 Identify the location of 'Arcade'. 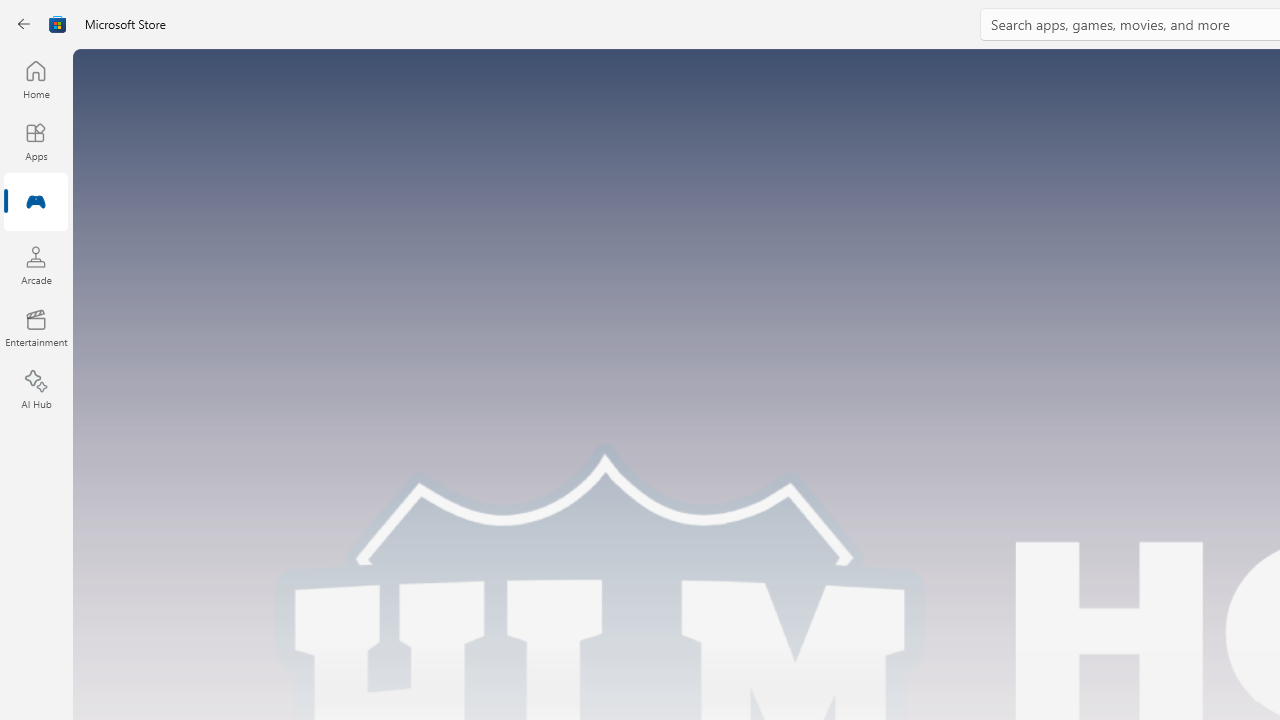
(35, 264).